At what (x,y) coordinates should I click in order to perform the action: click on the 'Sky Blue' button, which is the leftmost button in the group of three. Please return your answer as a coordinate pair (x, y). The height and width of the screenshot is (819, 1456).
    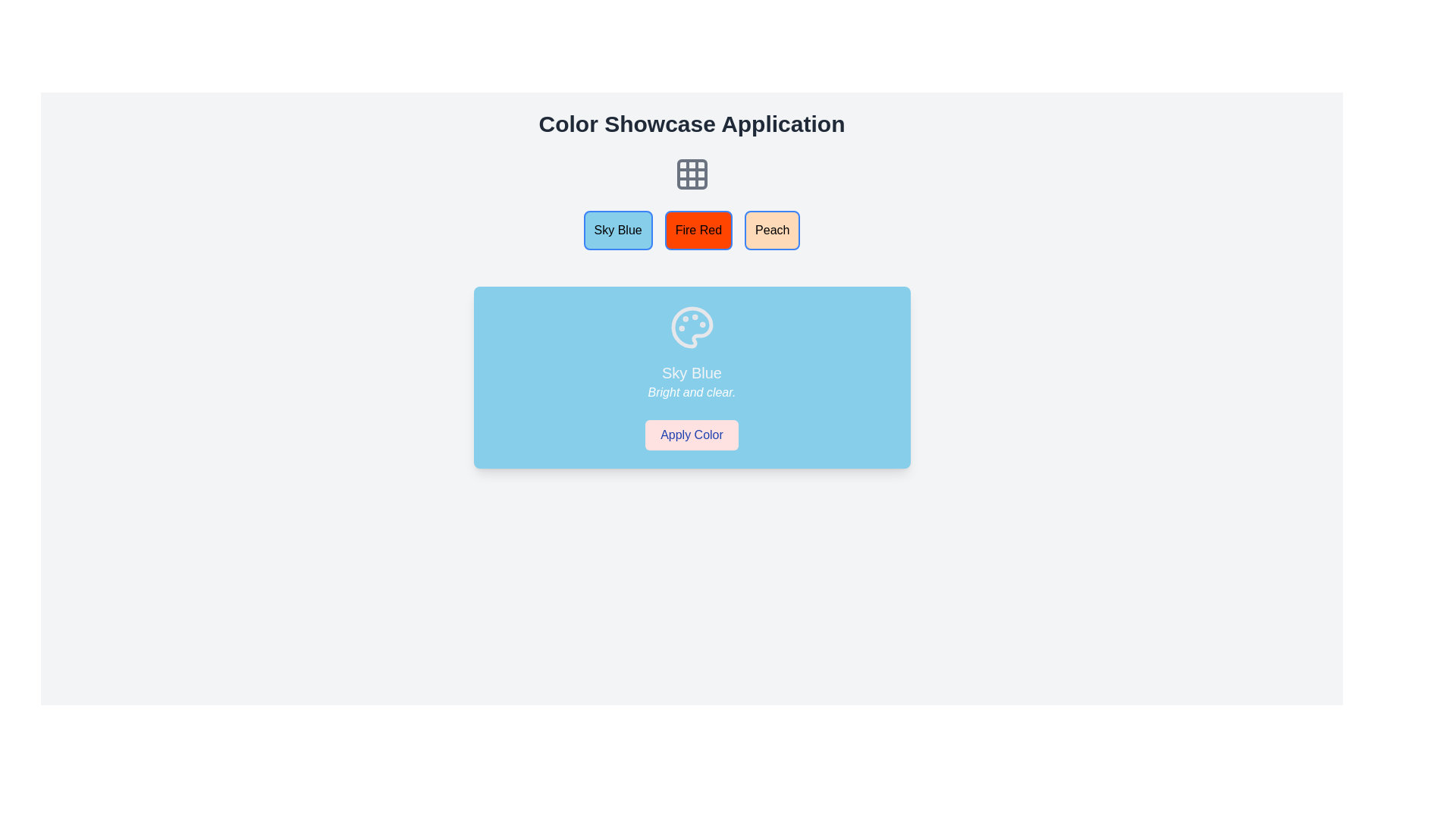
    Looking at the image, I should click on (618, 231).